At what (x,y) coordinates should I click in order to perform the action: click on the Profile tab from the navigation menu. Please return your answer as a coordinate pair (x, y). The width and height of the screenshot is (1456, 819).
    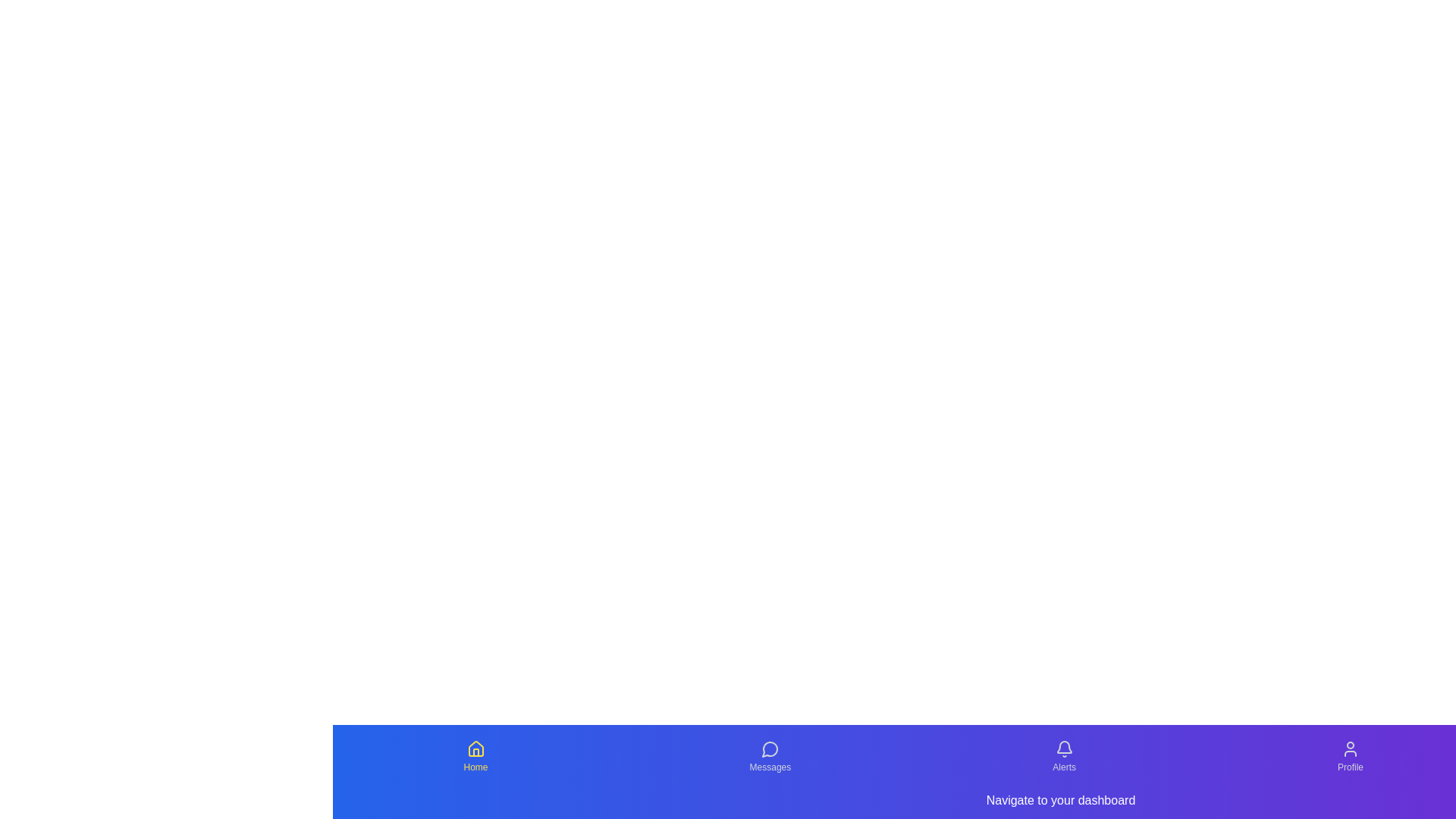
    Looking at the image, I should click on (1350, 757).